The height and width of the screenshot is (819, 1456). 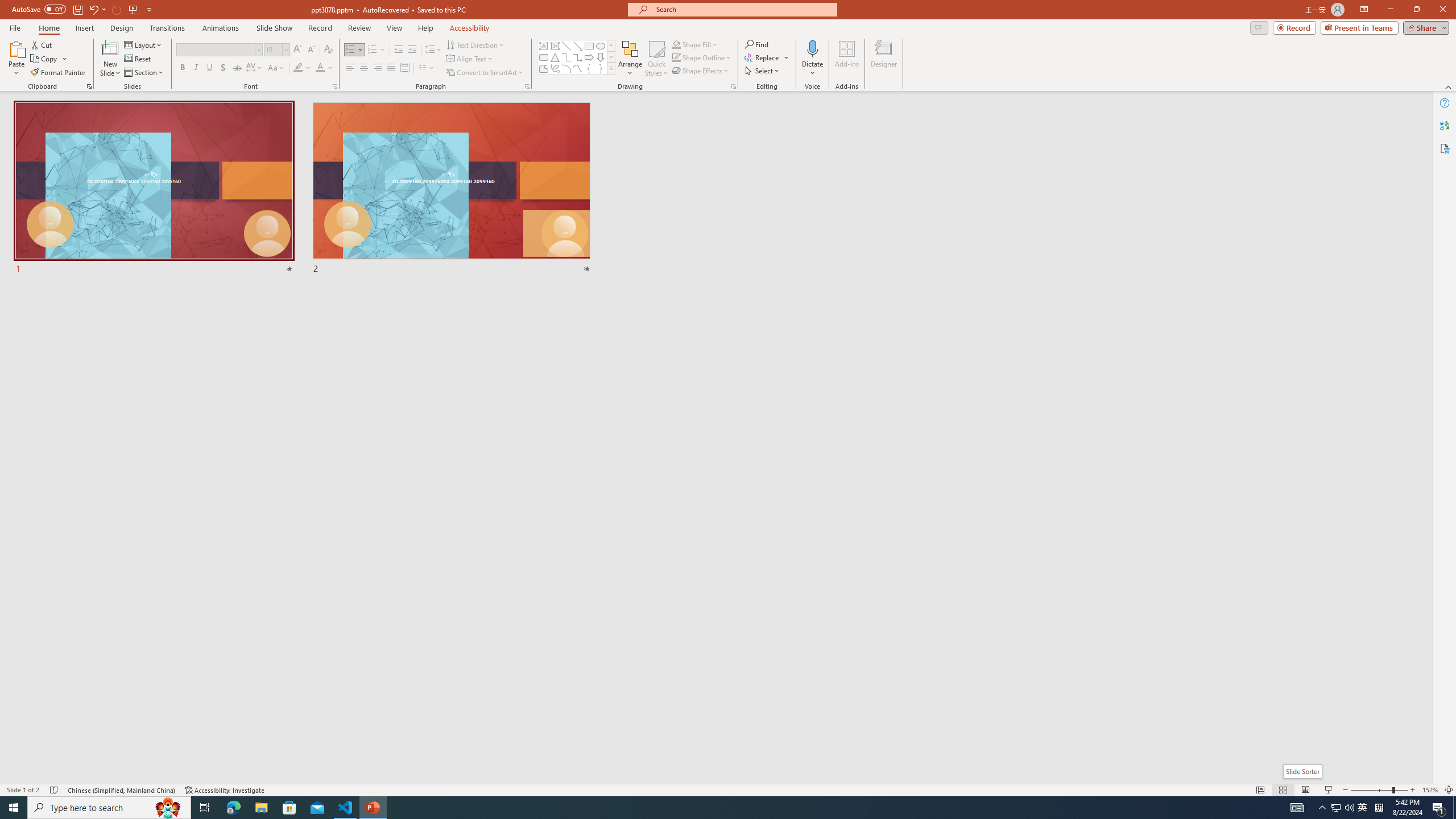 What do you see at coordinates (676, 44) in the screenshot?
I see `'Shape Fill Dark Green, Accent 2'` at bounding box center [676, 44].